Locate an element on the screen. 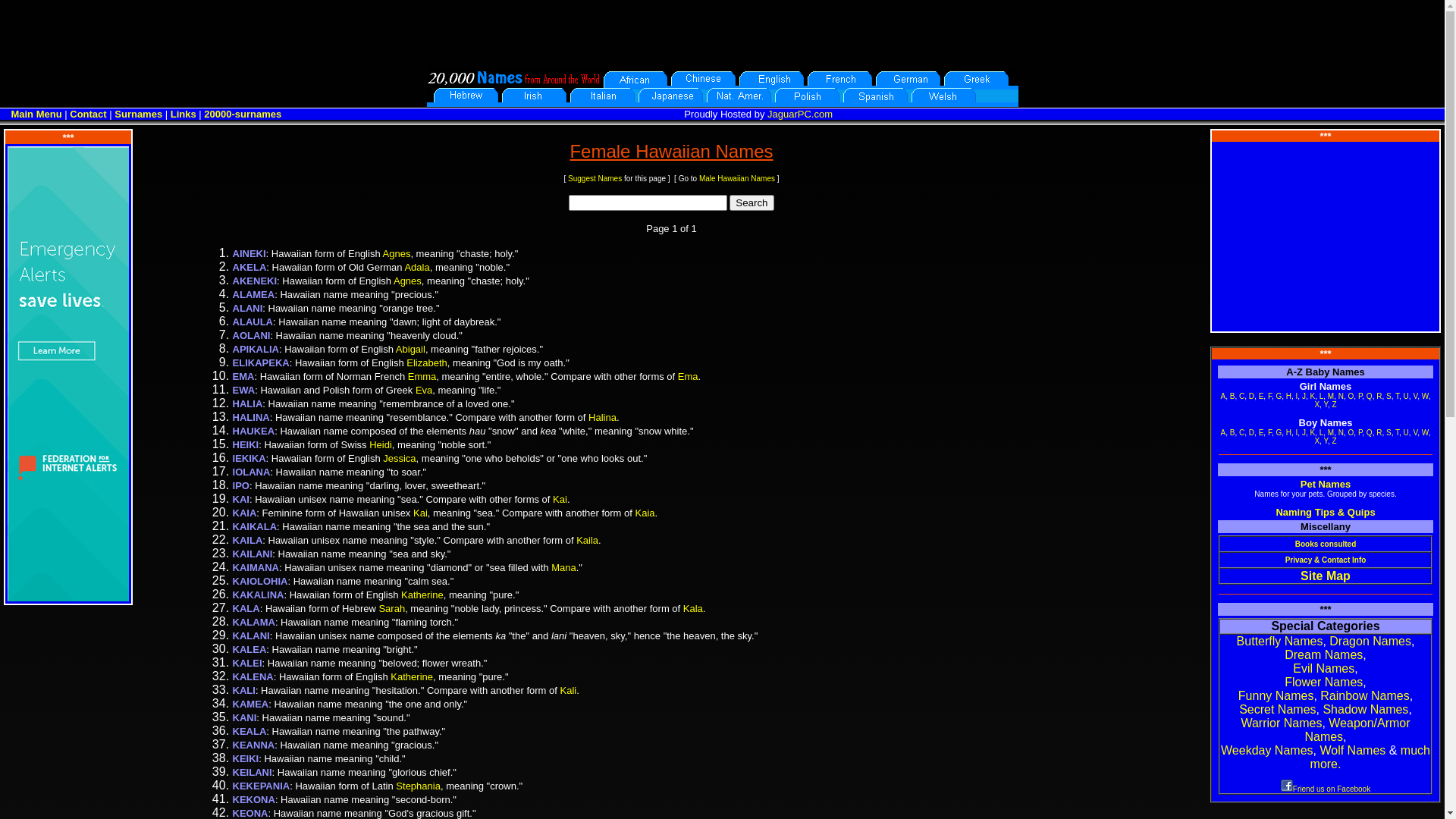 Image resolution: width=1456 pixels, height=819 pixels. 'JaguarPC.com' is located at coordinates (799, 113).